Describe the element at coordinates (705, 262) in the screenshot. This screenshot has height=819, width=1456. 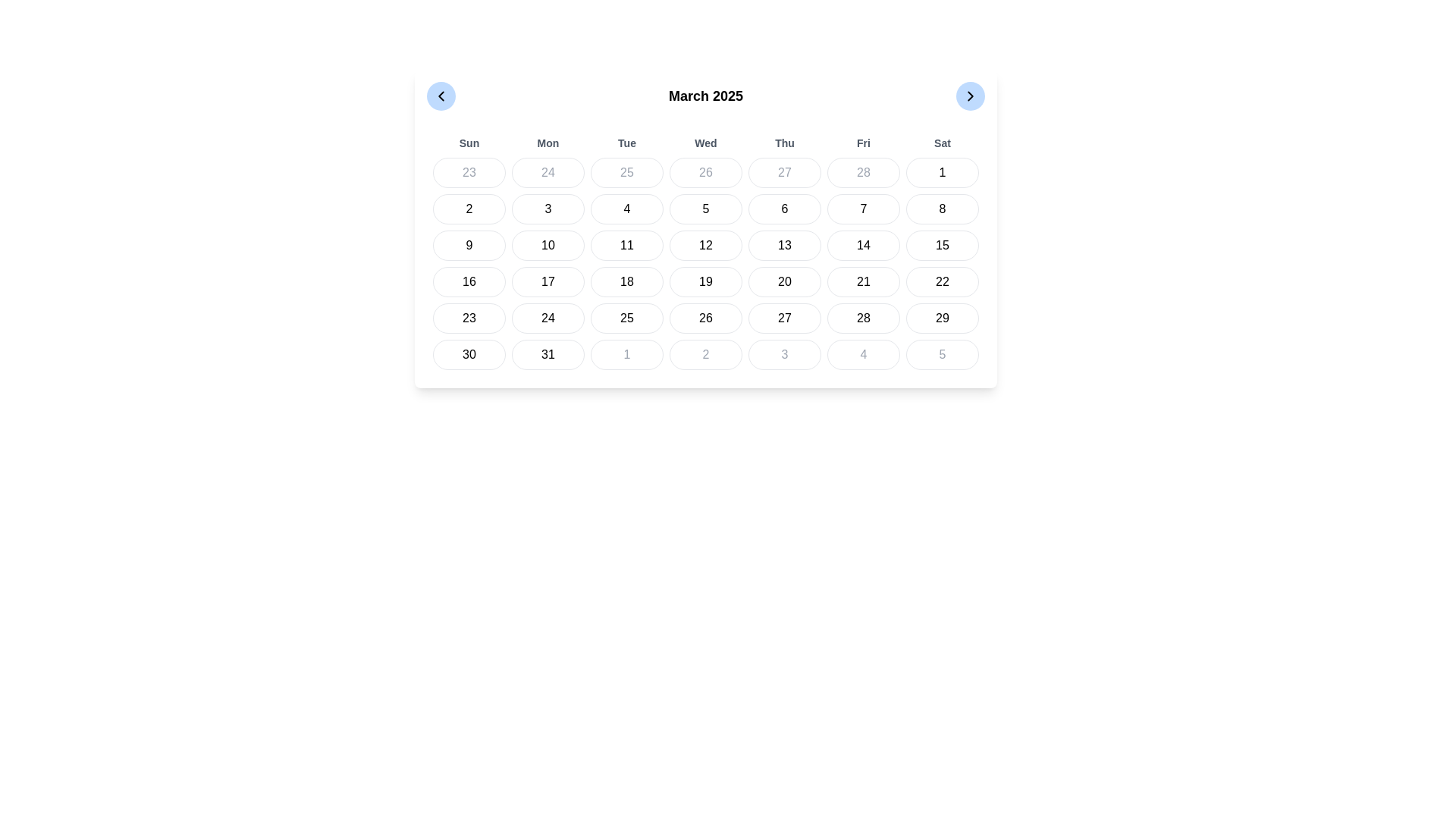
I see `the Date Cell displaying '19' in the calendar grid, which is located in the fifth element of the fourth row under the 'Wednesday' column` at that location.